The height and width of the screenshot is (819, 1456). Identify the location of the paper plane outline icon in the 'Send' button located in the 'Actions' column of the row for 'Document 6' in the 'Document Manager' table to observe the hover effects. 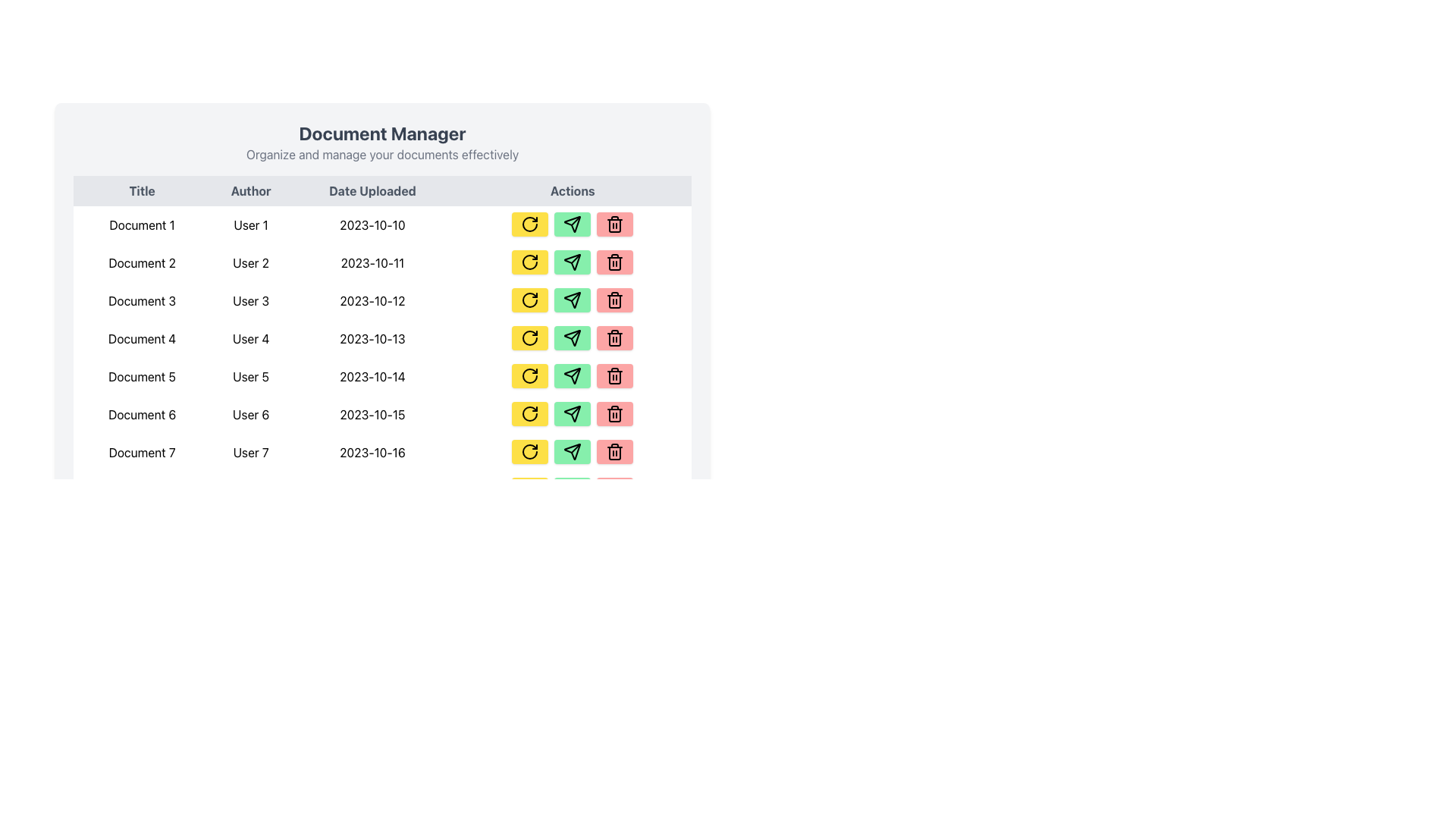
(572, 414).